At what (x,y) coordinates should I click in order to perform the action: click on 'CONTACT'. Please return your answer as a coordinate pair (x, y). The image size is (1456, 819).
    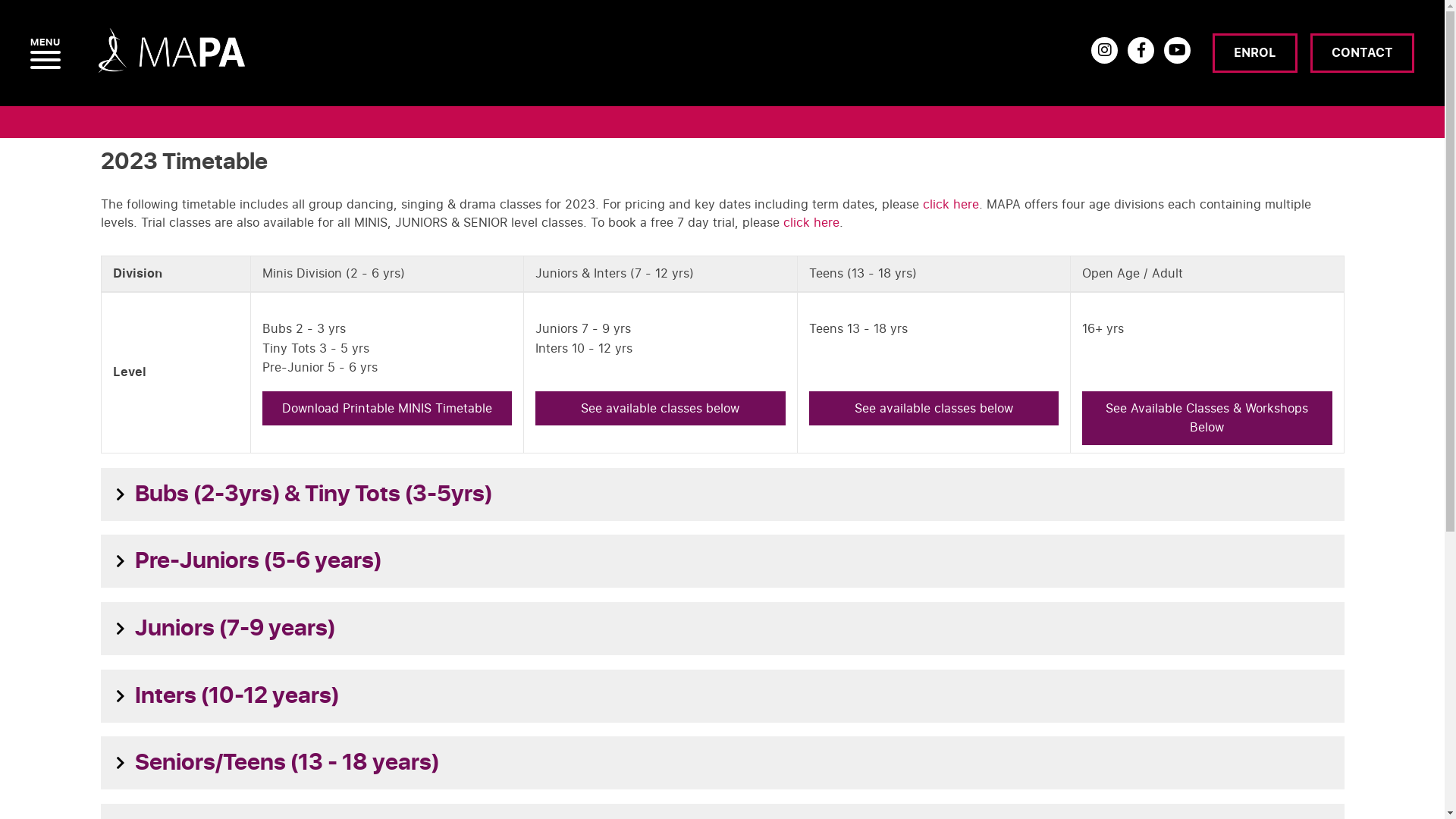
    Looking at the image, I should click on (1362, 52).